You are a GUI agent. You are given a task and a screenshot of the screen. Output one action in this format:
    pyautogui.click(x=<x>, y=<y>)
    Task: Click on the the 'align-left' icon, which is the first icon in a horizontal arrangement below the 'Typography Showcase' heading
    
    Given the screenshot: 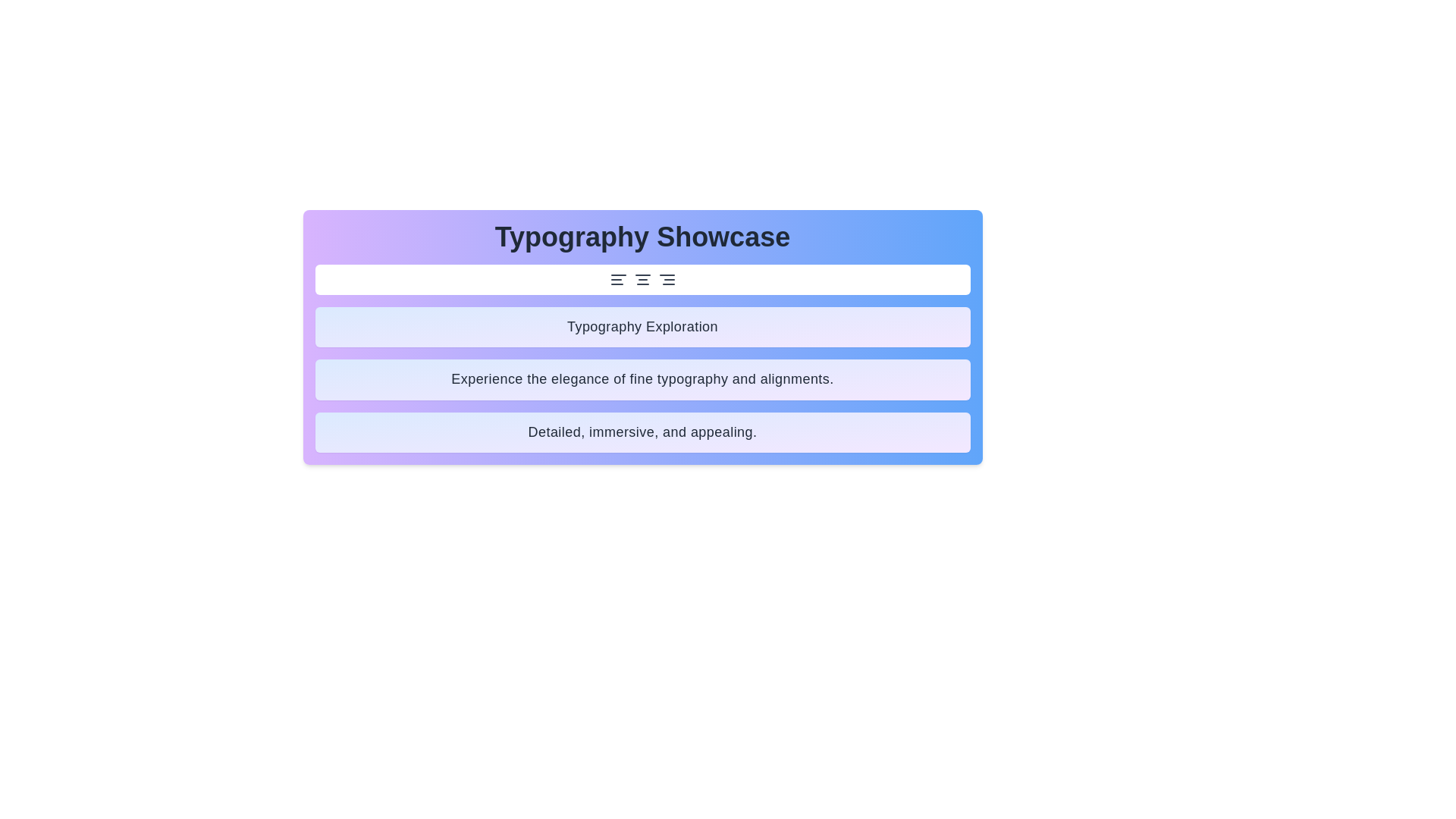 What is the action you would take?
    pyautogui.click(x=618, y=280)
    